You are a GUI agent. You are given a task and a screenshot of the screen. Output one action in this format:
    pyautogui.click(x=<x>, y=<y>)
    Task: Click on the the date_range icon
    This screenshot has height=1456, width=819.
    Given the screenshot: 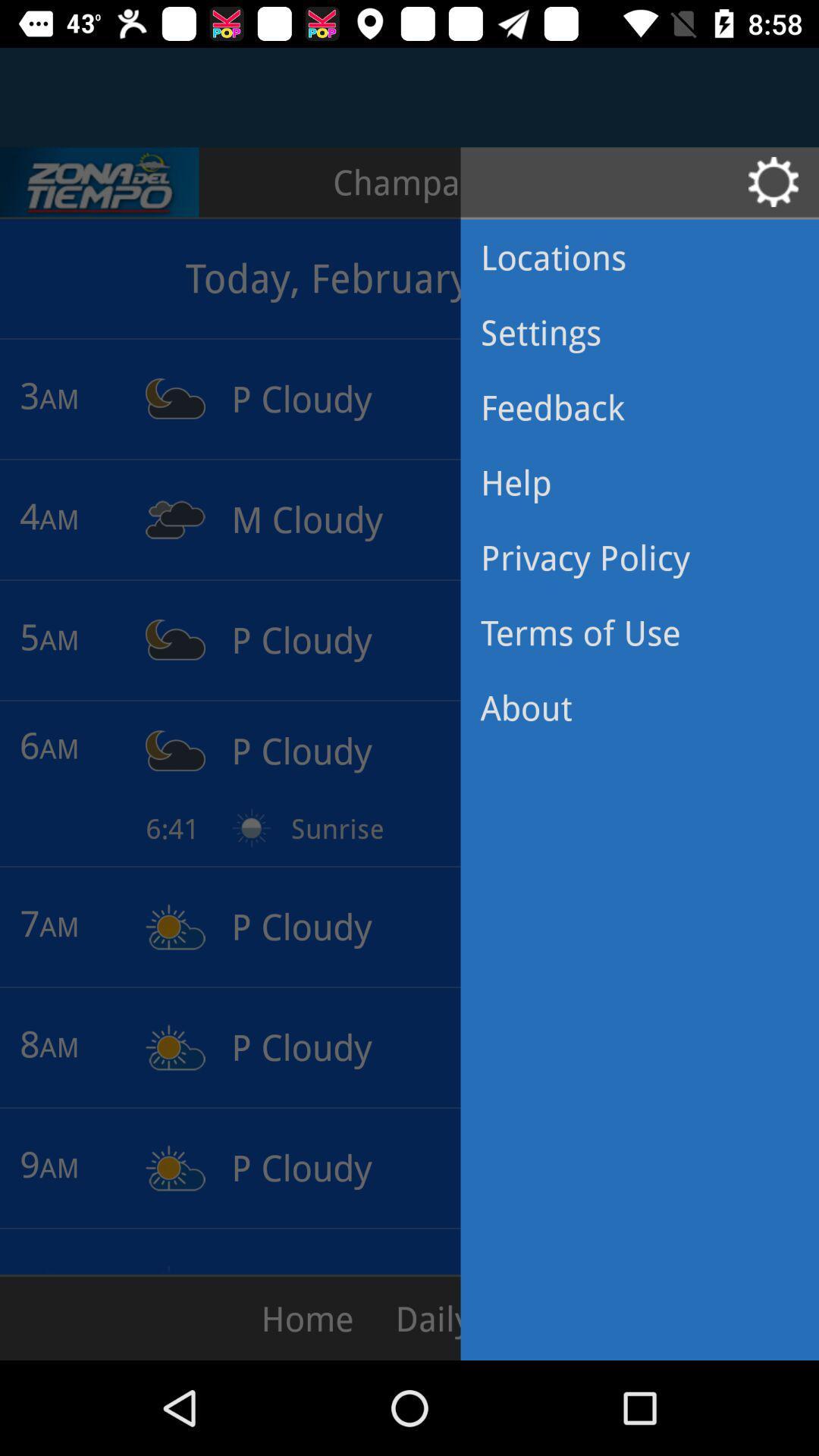 What is the action you would take?
    pyautogui.click(x=99, y=182)
    